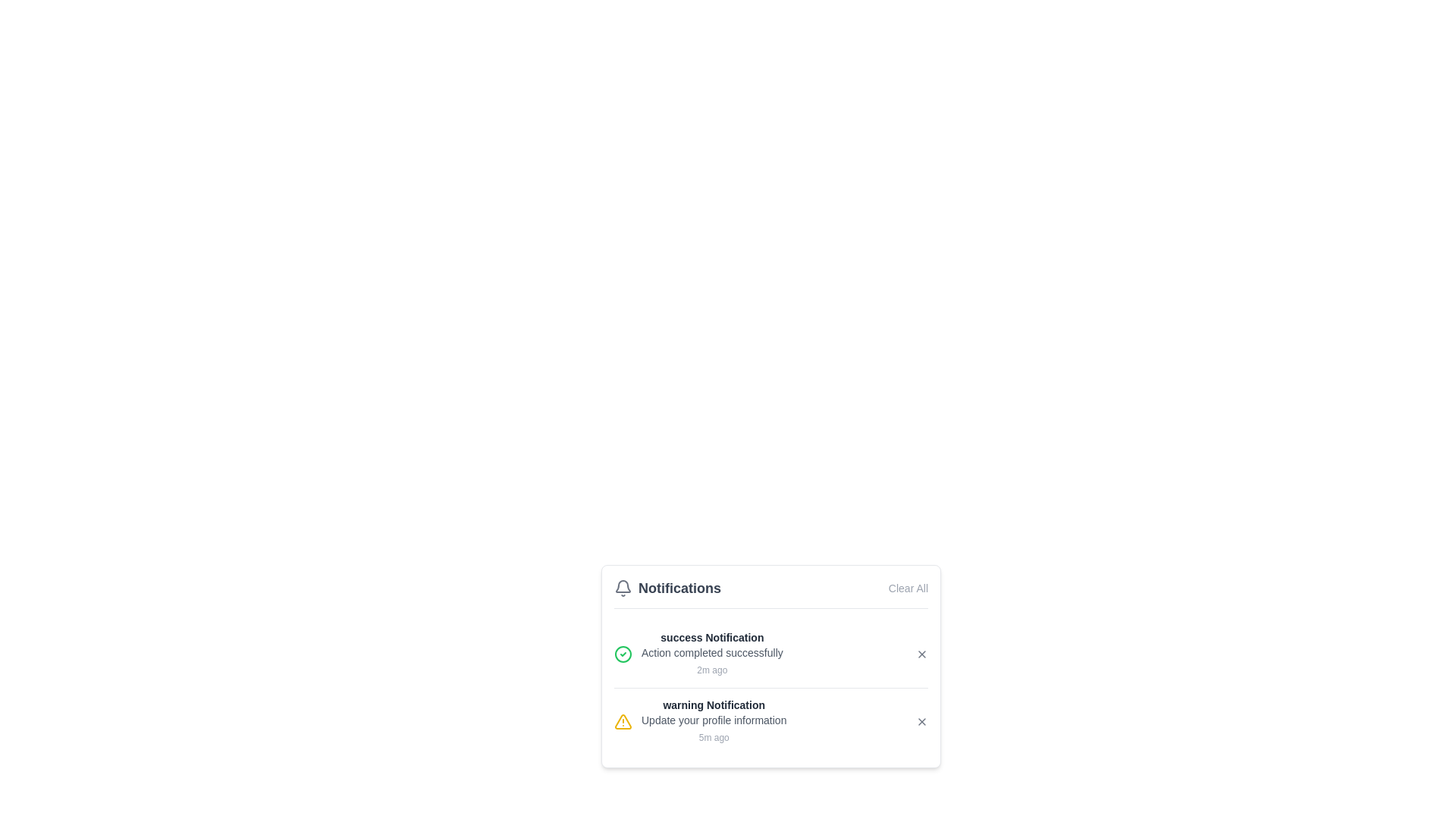 The width and height of the screenshot is (1456, 819). What do you see at coordinates (771, 666) in the screenshot?
I see `the 'Clear All' button in the Notification panel` at bounding box center [771, 666].